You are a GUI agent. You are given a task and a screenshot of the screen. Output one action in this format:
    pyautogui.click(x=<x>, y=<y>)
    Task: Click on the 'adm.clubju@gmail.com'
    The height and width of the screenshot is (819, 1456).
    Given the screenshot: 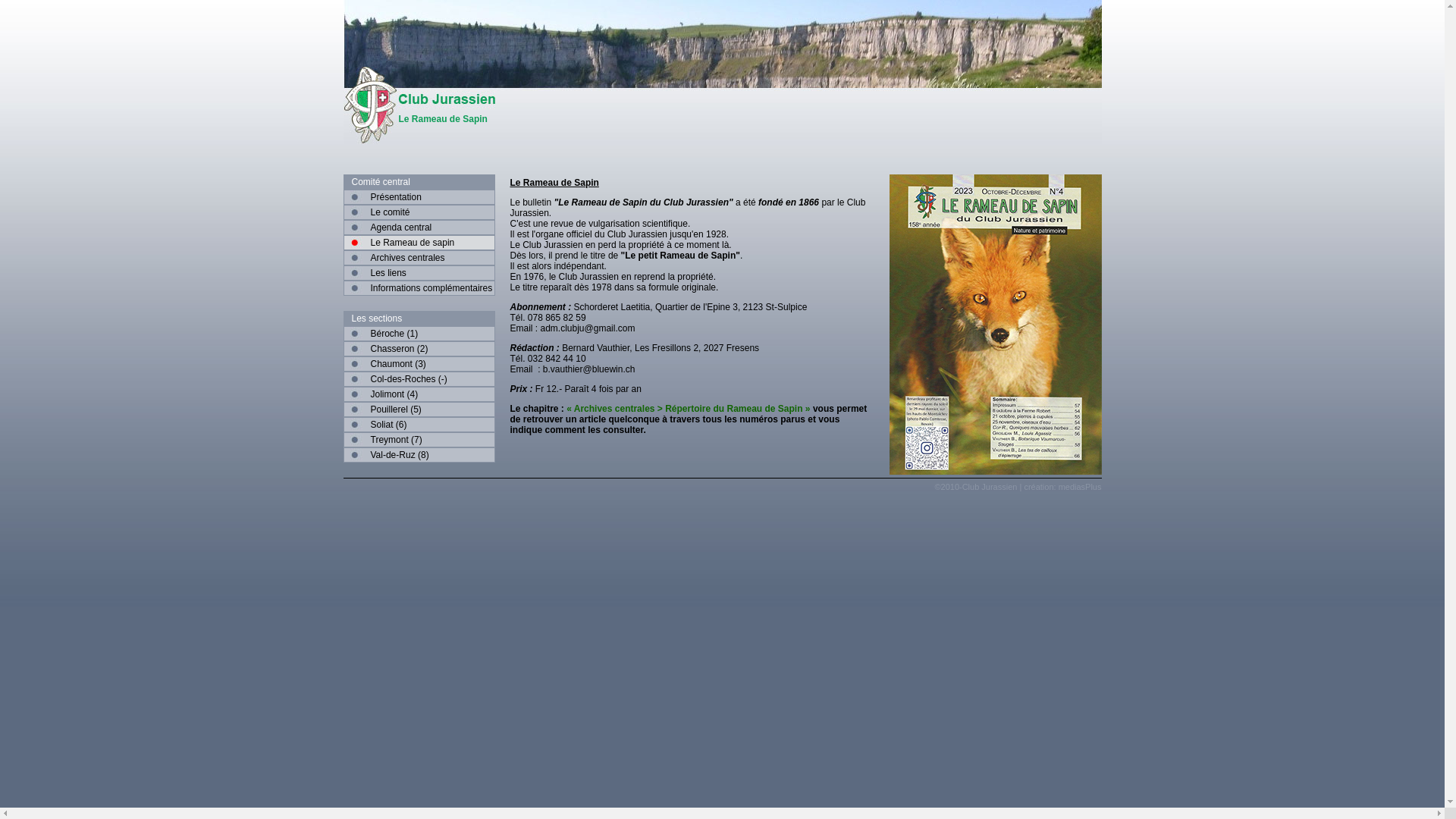 What is the action you would take?
    pyautogui.click(x=587, y=327)
    